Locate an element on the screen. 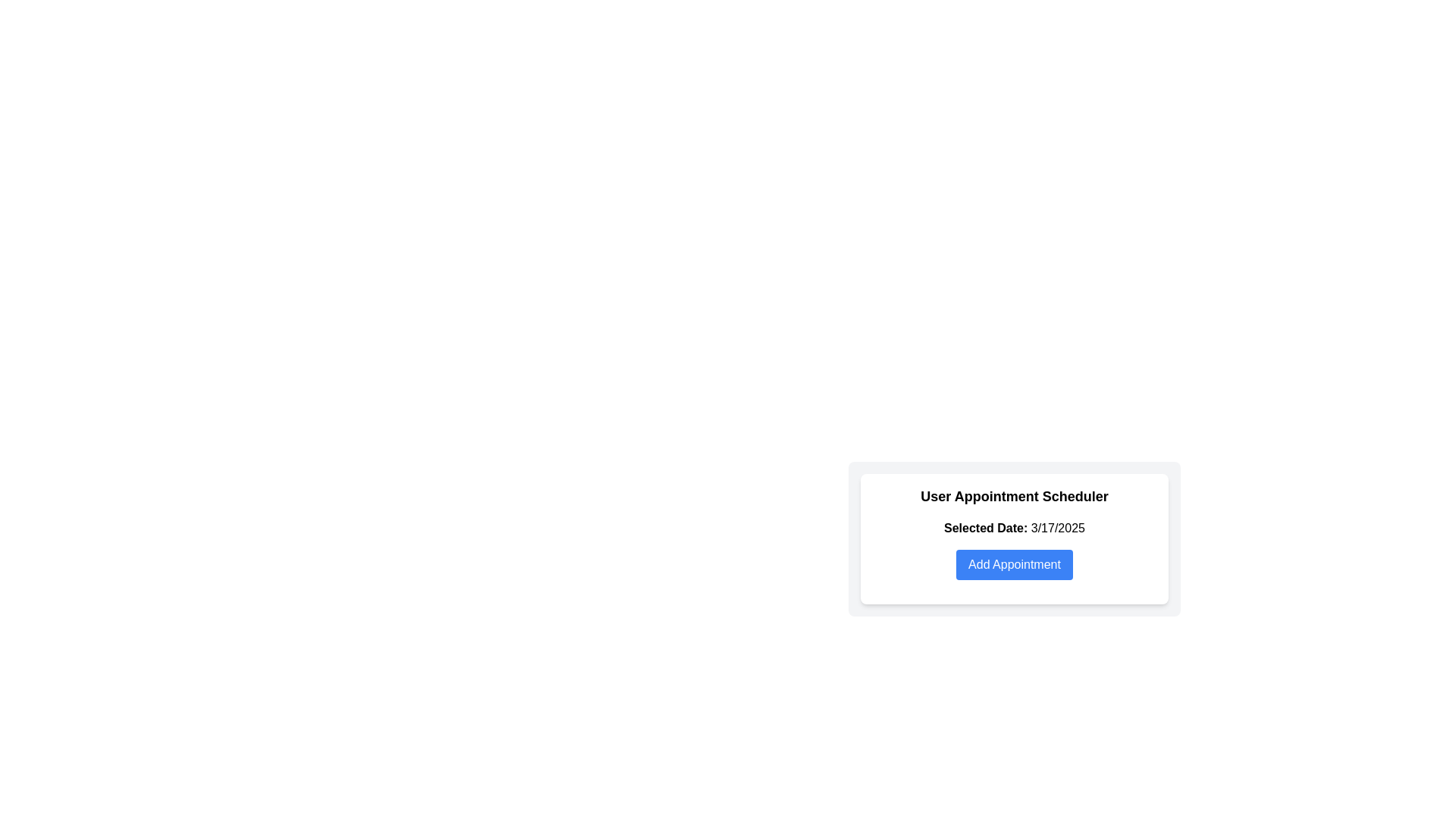 Image resolution: width=1456 pixels, height=819 pixels. the button that allows users is located at coordinates (1015, 564).